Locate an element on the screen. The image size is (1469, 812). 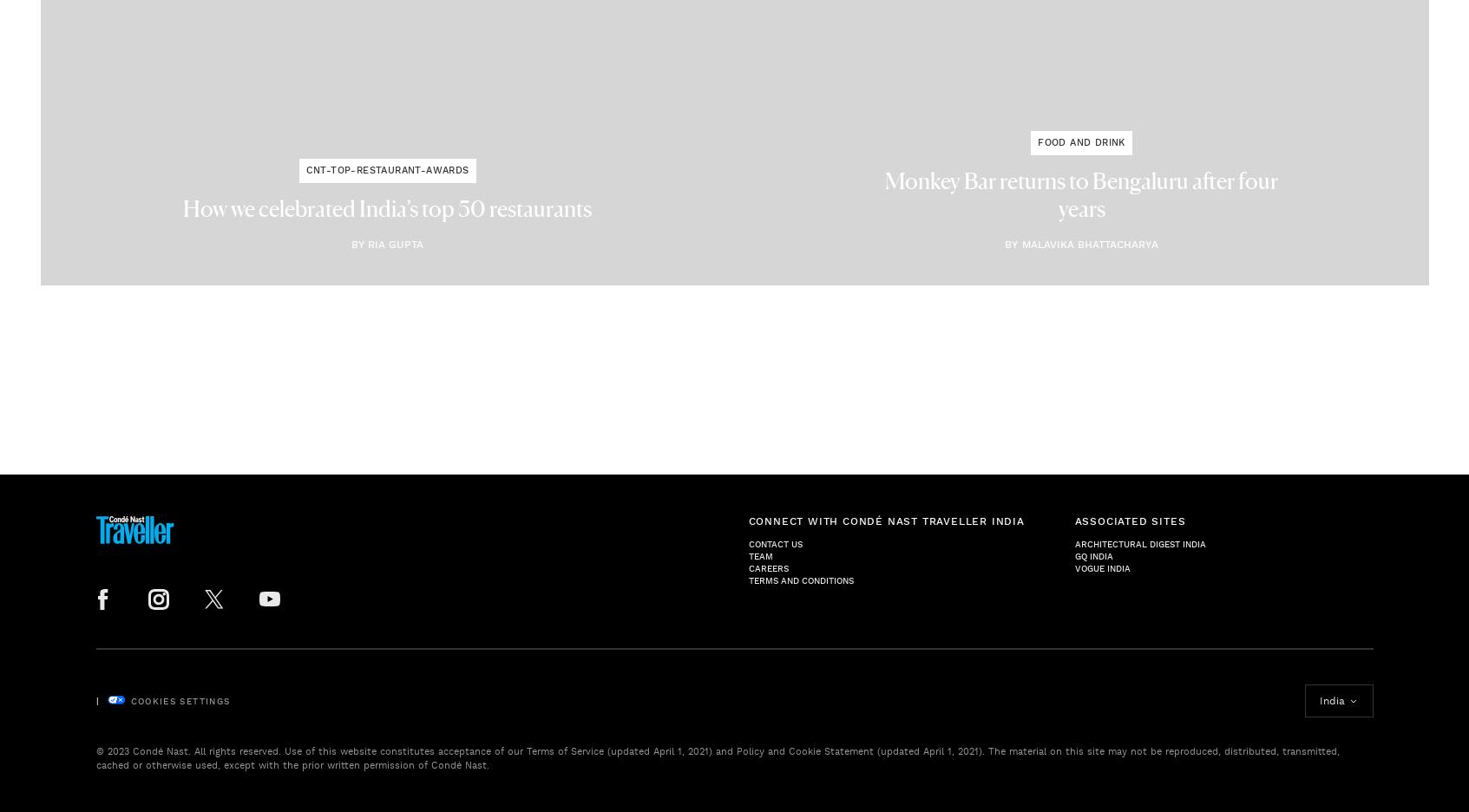
'Architectural Digest India' is located at coordinates (1138, 542).